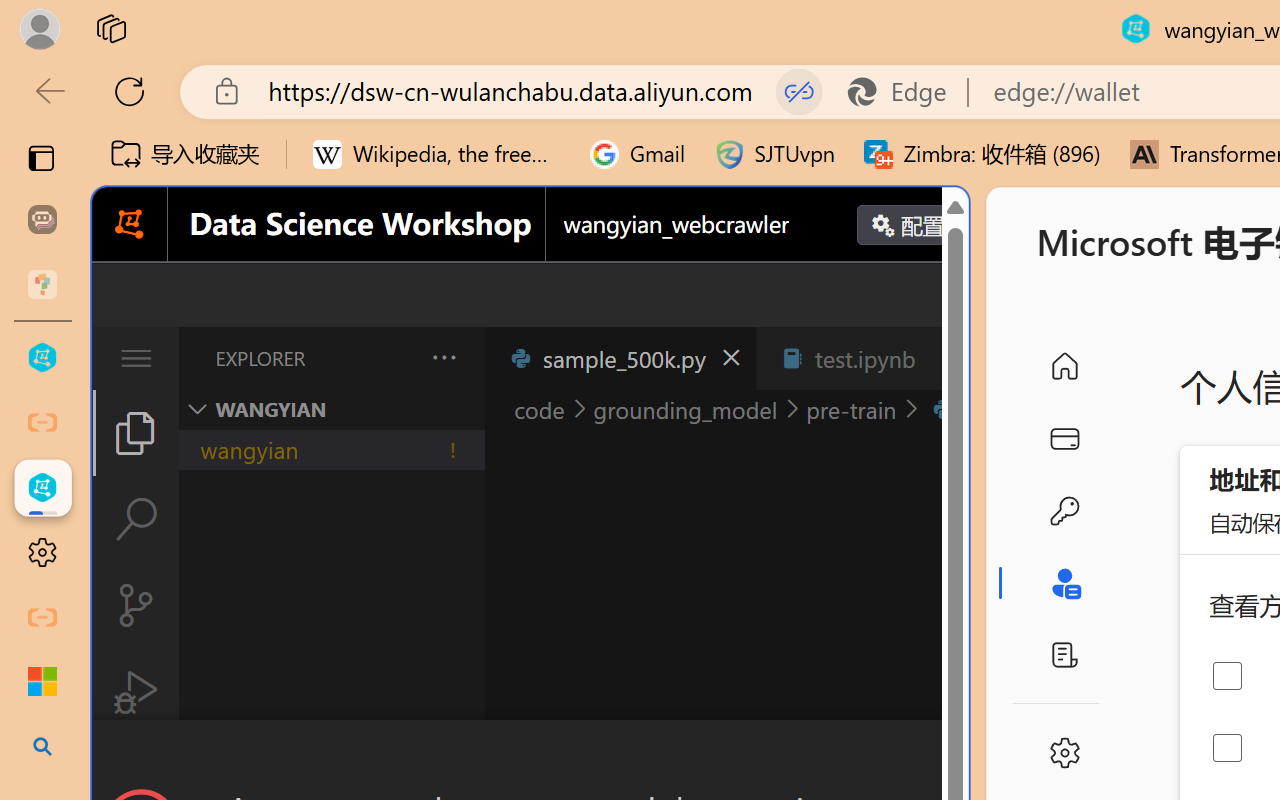  I want to click on 'Close Dialog', so click(960, 756).